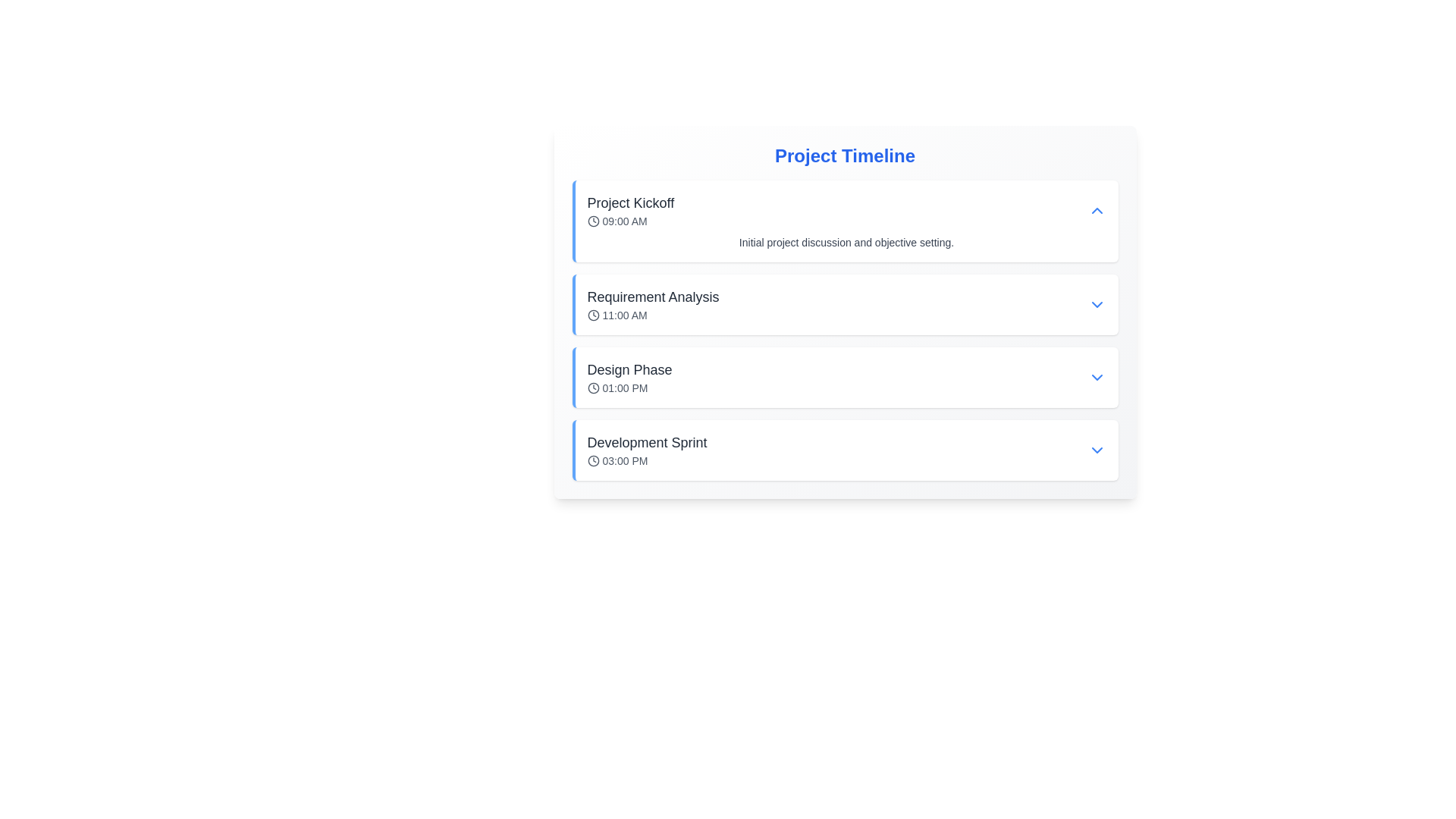  I want to click on the downward chevron button styled in blue at the far-right of the 'Development Sprint' row, so click(1097, 450).